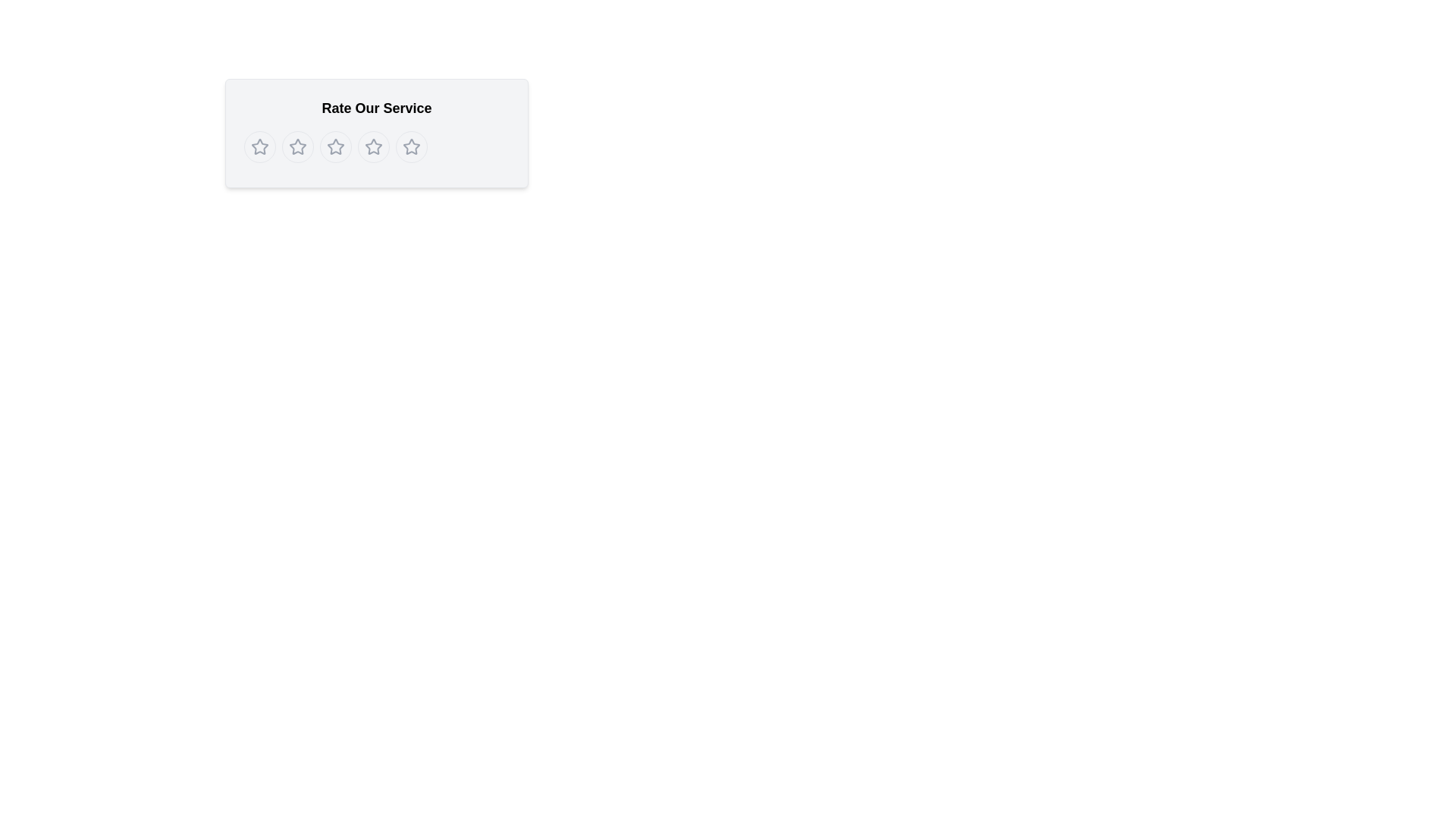 This screenshot has width=1456, height=819. I want to click on the Static Header Text that introduces the rating section, located at the top of the panel above the star icons, so click(377, 107).